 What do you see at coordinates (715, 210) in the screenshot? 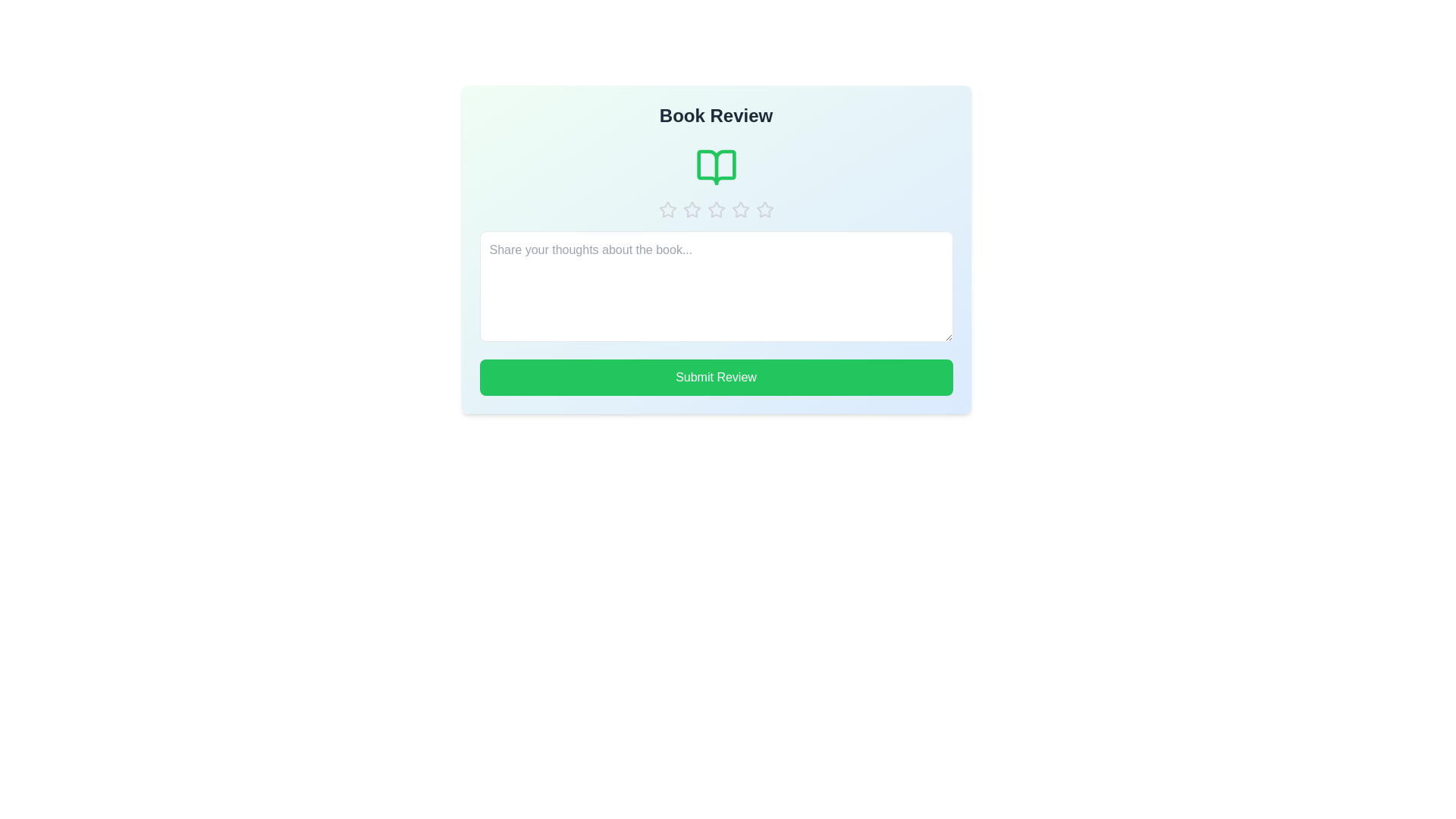
I see `the book rating to 3 stars by clicking the corresponding star` at bounding box center [715, 210].